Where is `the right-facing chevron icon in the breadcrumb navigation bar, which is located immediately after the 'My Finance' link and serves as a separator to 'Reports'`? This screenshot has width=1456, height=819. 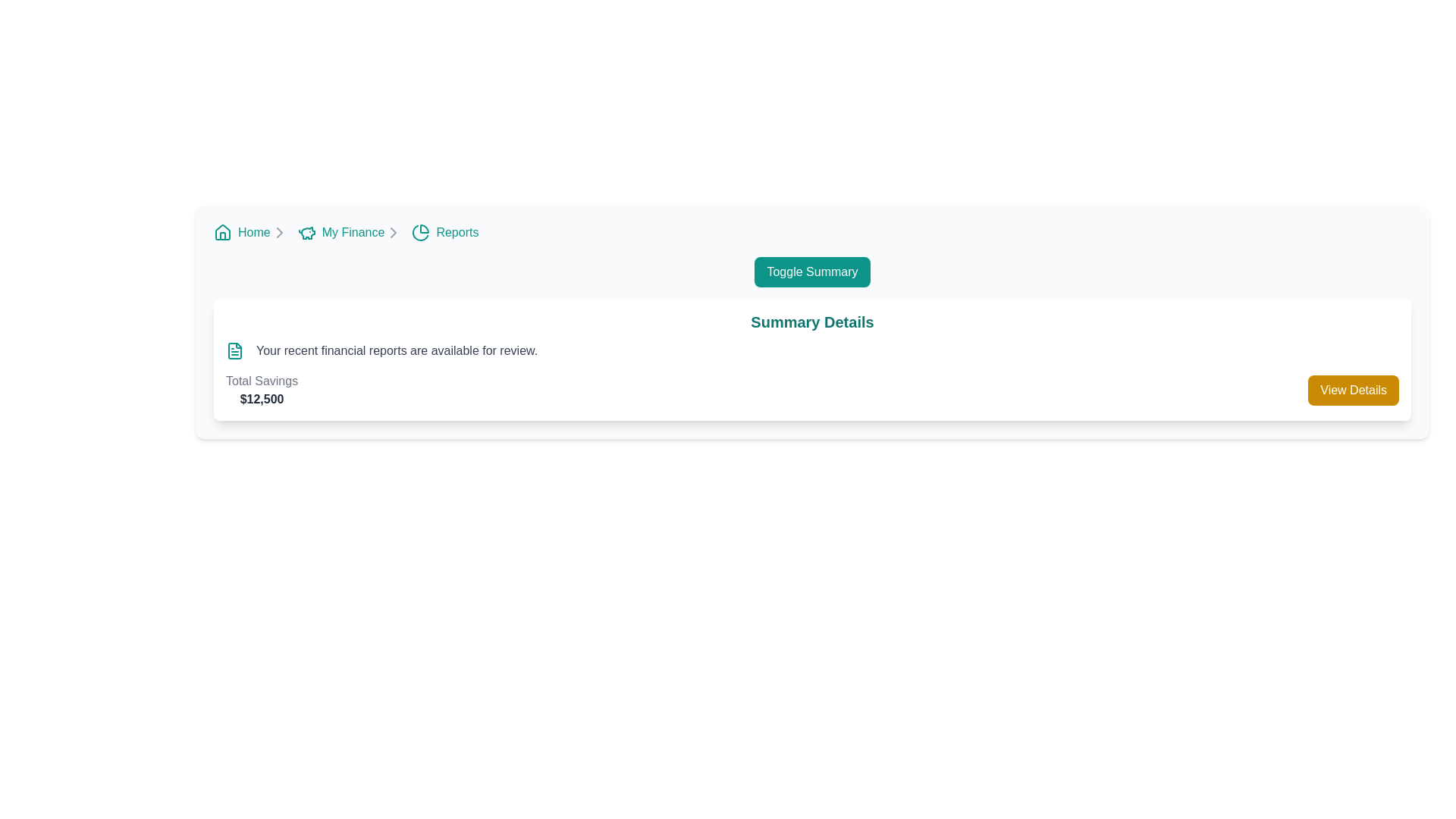
the right-facing chevron icon in the breadcrumb navigation bar, which is located immediately after the 'My Finance' link and serves as a separator to 'Reports' is located at coordinates (394, 233).